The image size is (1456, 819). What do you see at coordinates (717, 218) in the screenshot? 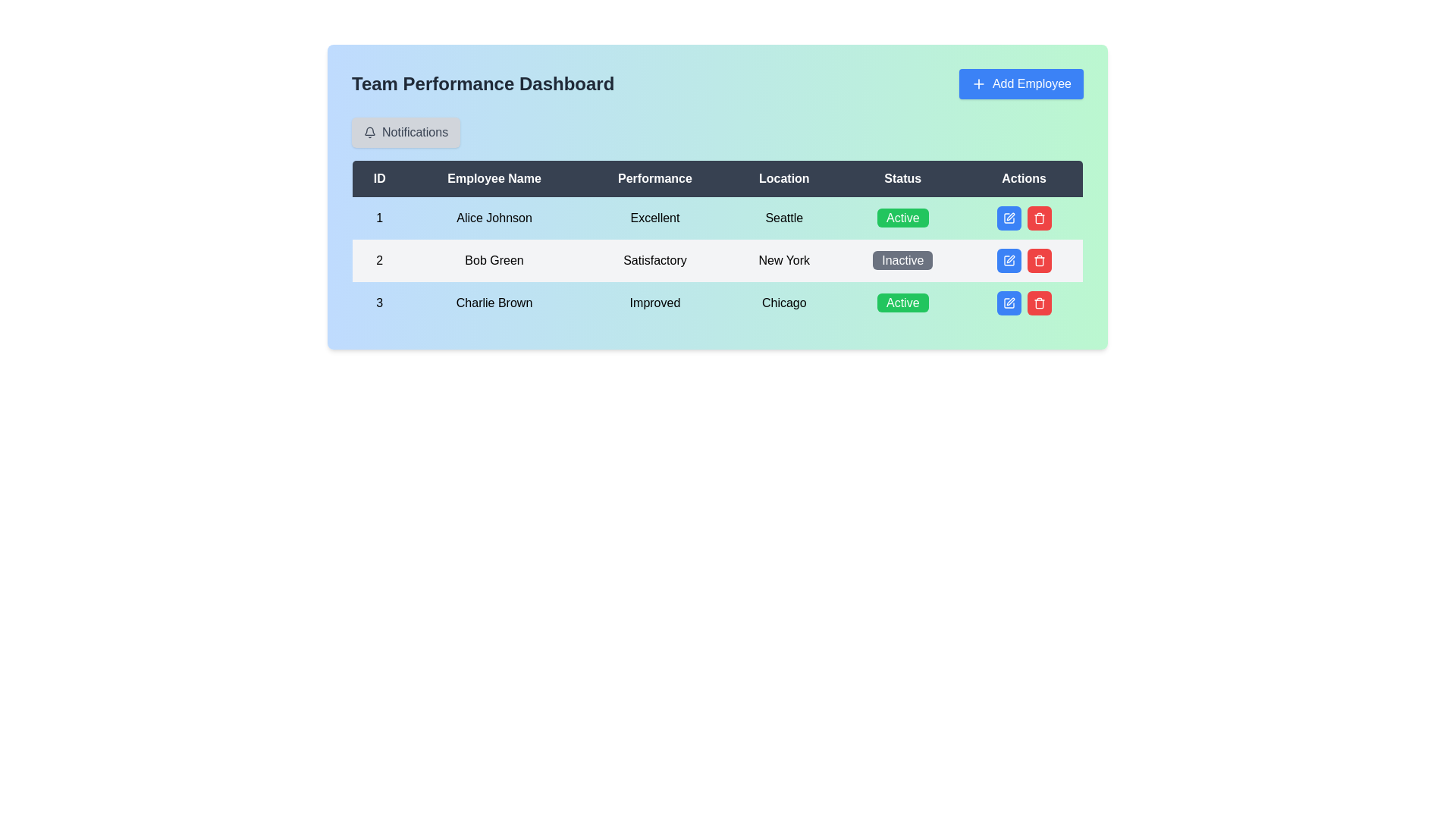
I see `displayed information in the first row of the table that contains user details for 'Alice Johnson', which includes ID, name, performance status, location, and activity state` at bounding box center [717, 218].